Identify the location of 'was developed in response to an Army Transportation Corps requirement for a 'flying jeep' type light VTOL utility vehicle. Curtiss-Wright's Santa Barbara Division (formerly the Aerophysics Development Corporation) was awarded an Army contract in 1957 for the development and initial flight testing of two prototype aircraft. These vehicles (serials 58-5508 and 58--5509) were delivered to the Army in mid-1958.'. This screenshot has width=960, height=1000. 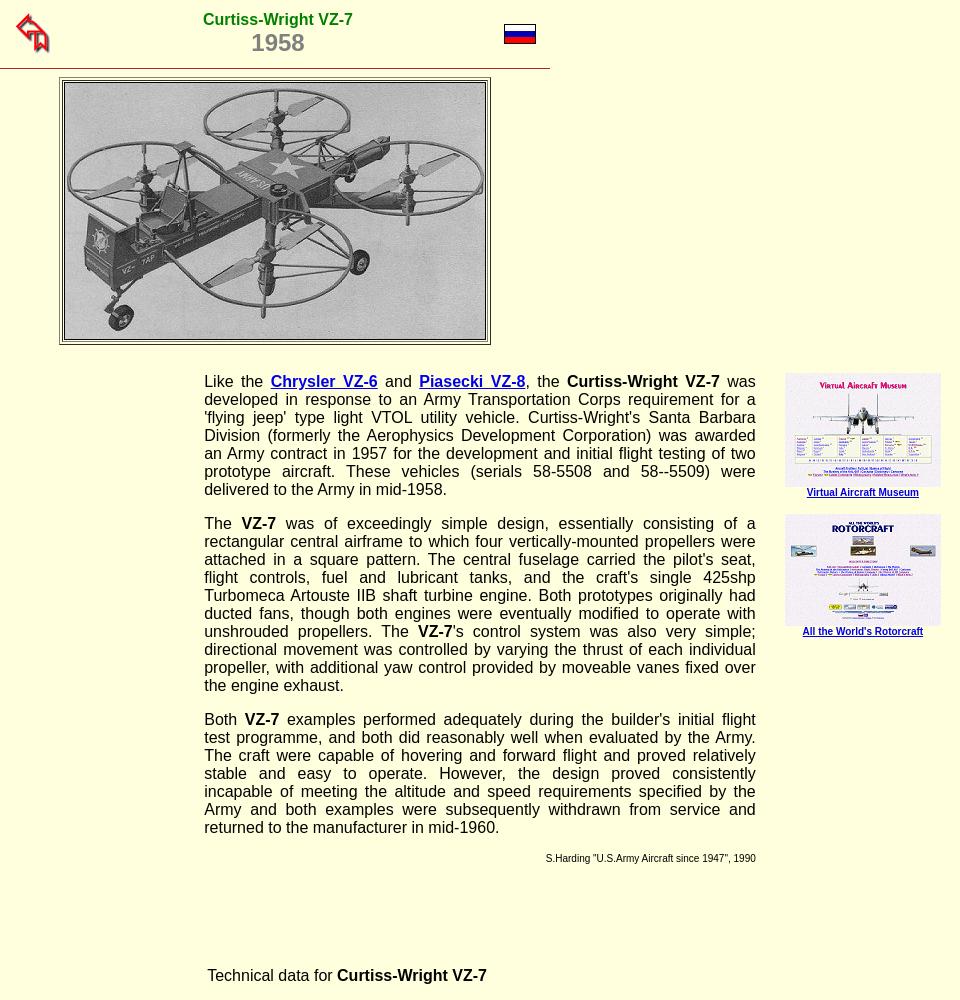
(204, 435).